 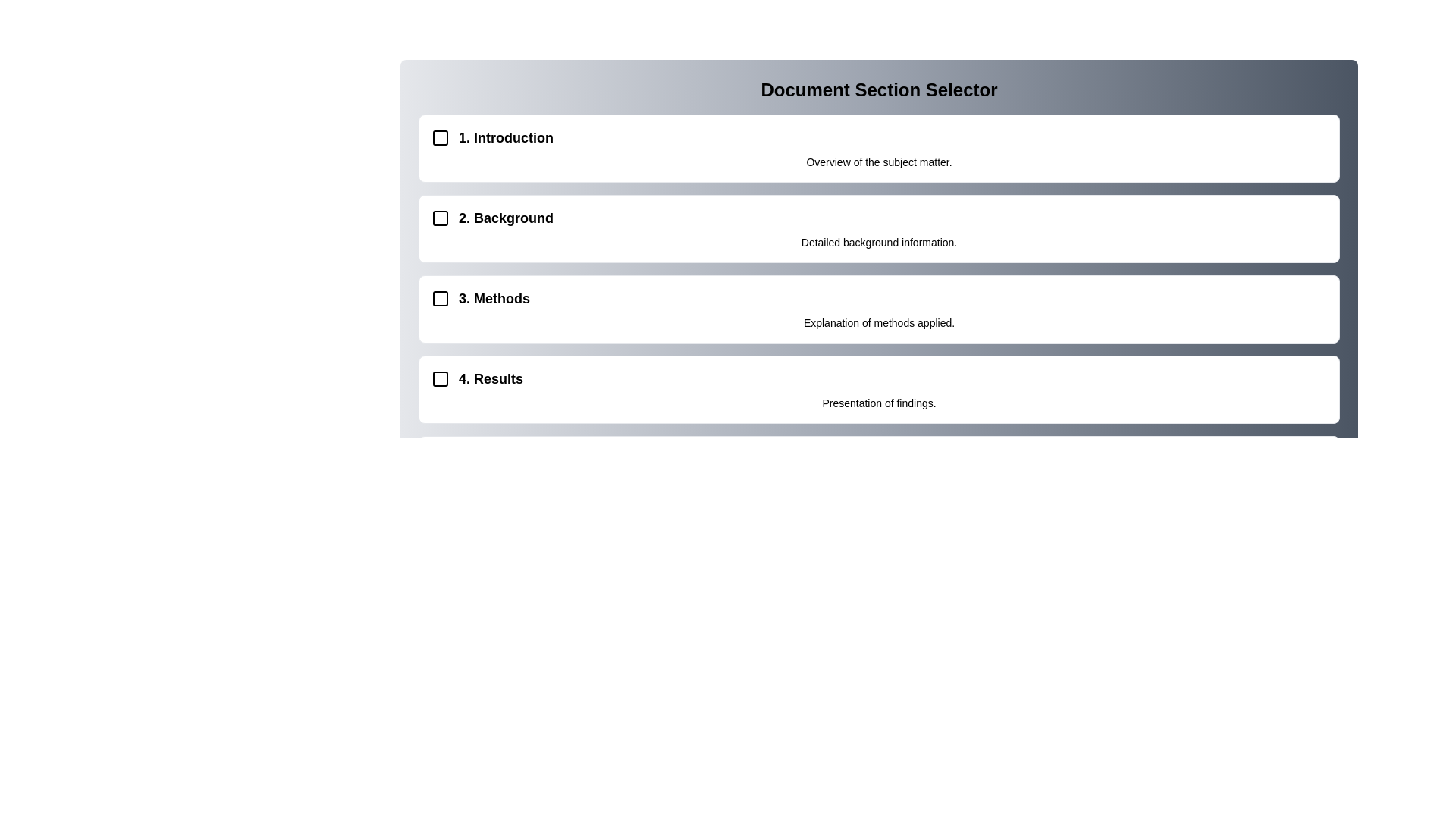 What do you see at coordinates (879, 309) in the screenshot?
I see `the section card labeled 'Methods' to view its content` at bounding box center [879, 309].